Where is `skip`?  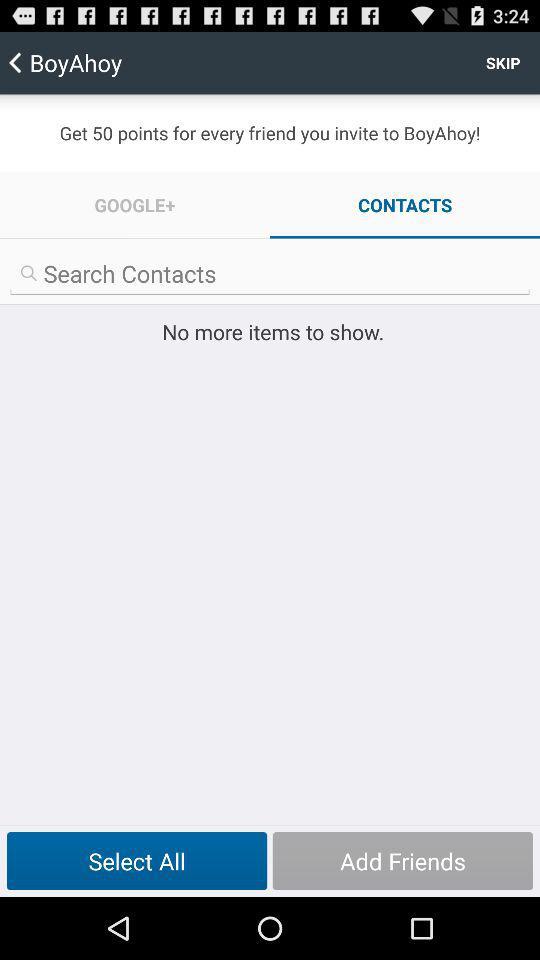
skip is located at coordinates (502, 62).